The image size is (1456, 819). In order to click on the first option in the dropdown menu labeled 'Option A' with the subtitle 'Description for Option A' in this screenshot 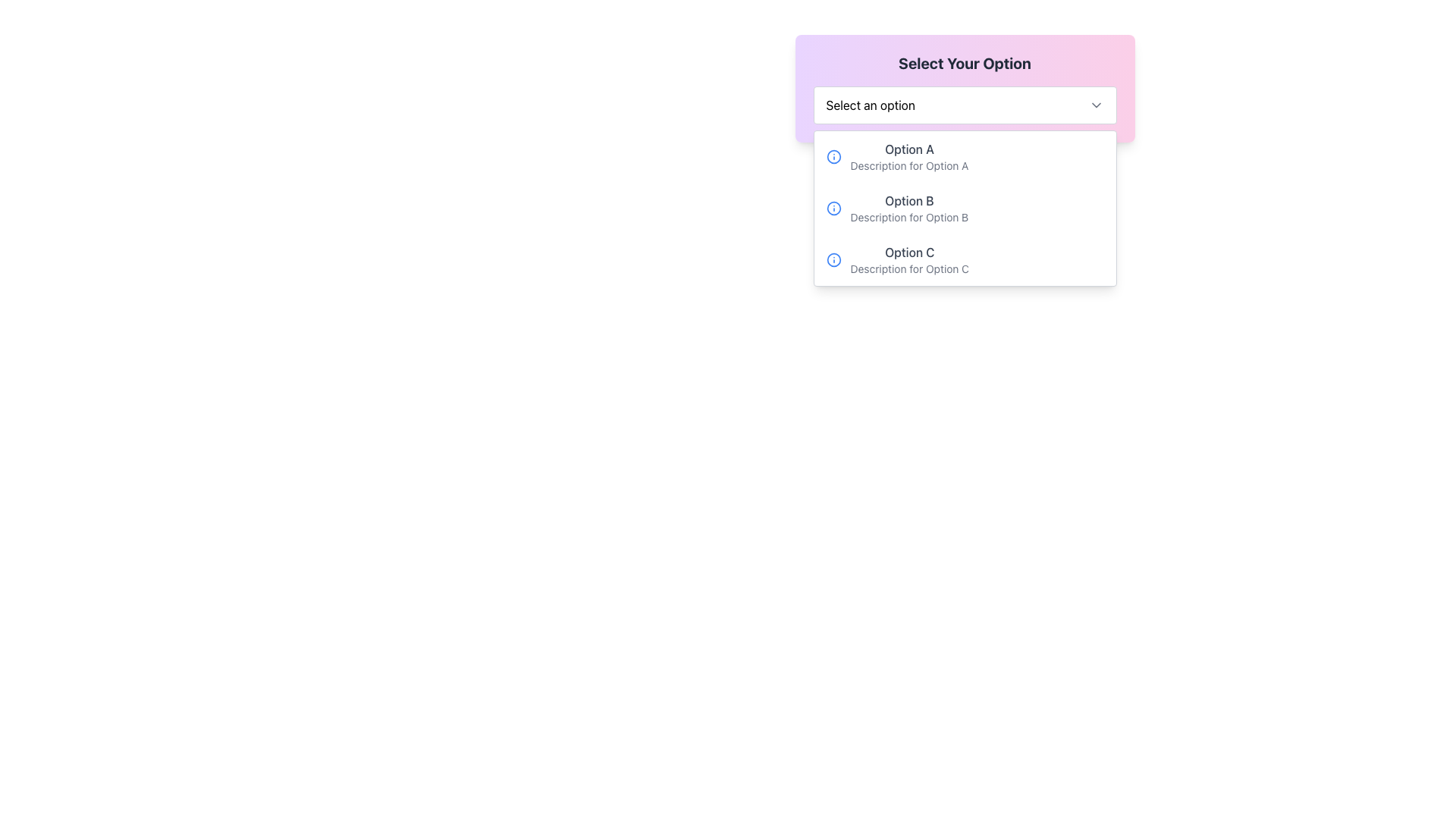, I will do `click(909, 157)`.